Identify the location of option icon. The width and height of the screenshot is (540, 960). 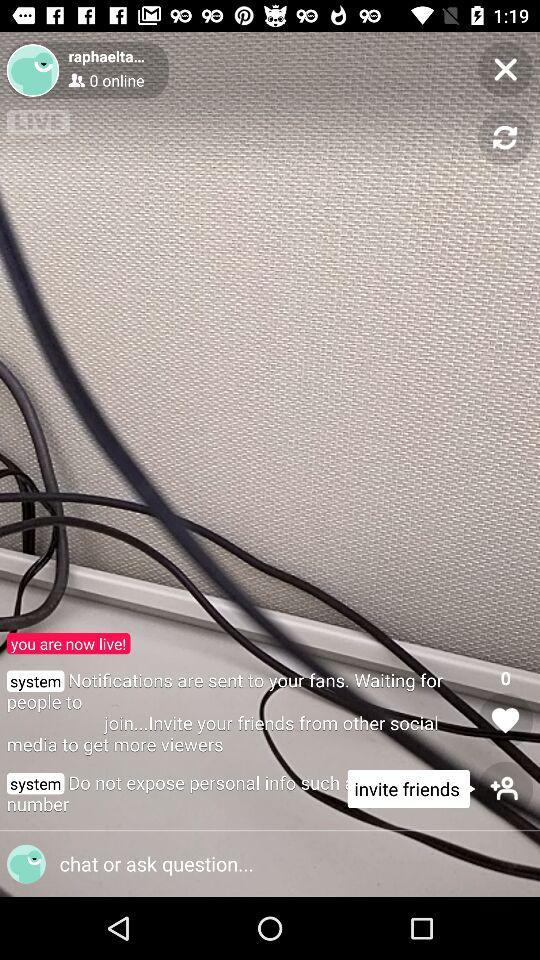
(262, 863).